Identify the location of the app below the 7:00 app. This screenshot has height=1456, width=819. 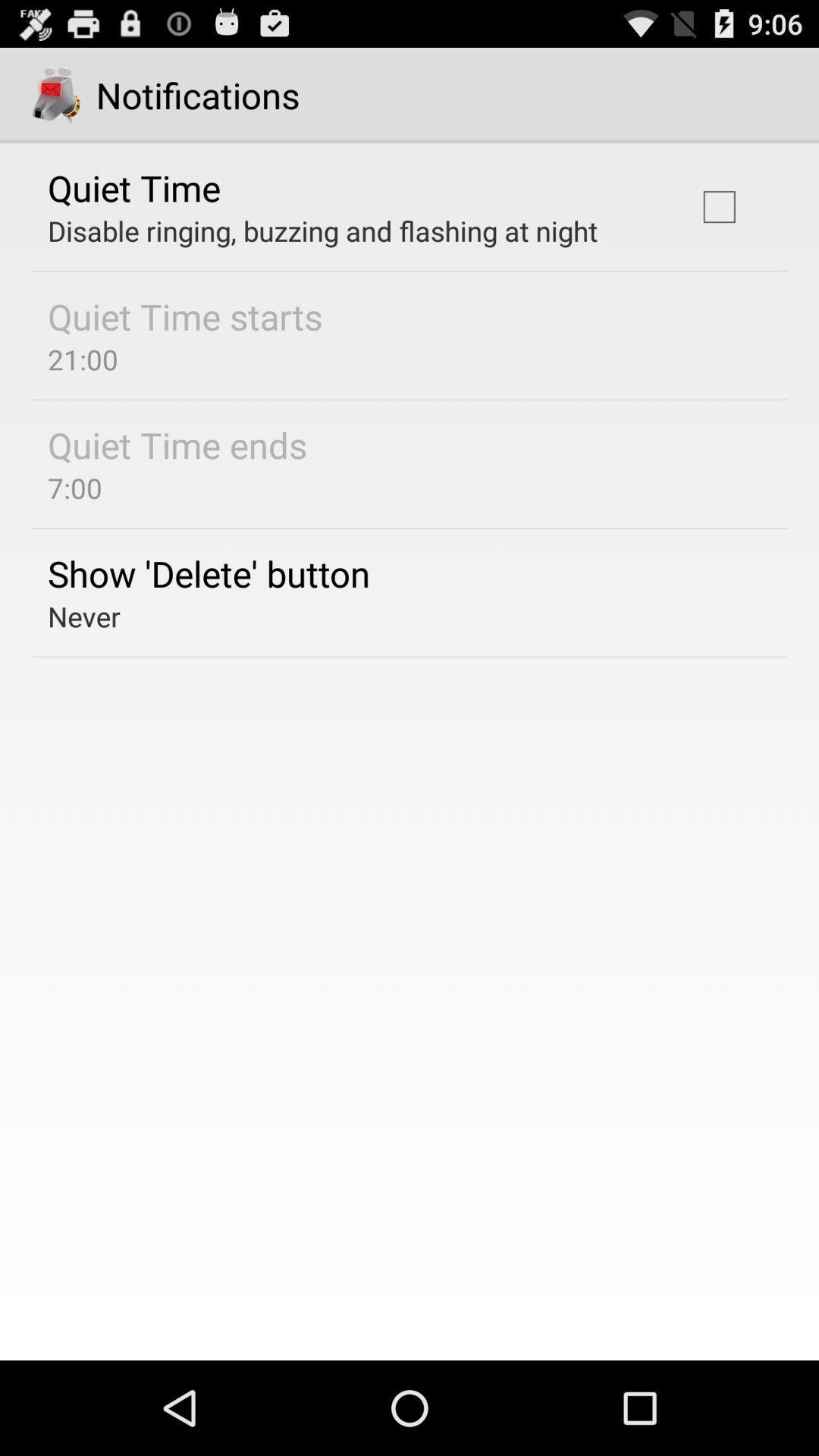
(209, 573).